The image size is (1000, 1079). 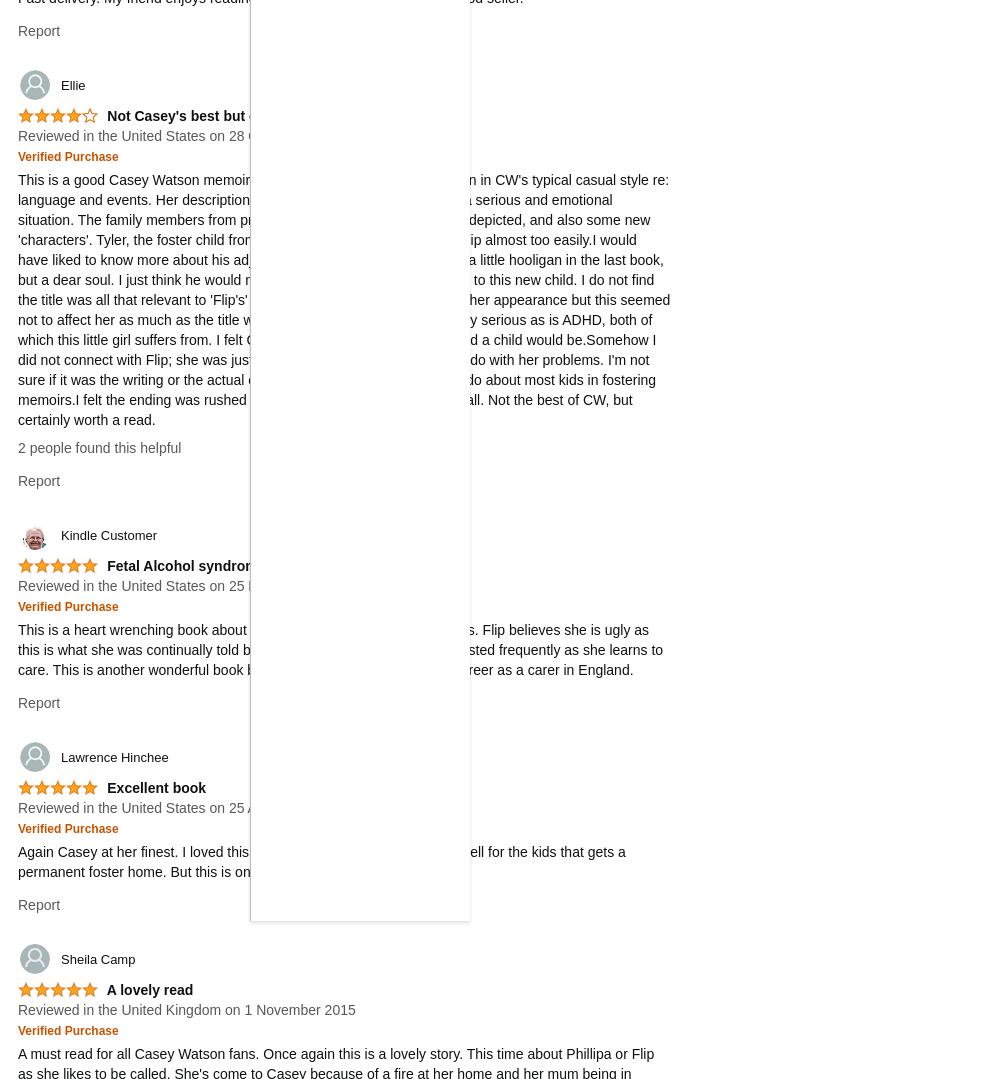 What do you see at coordinates (343, 298) in the screenshot?
I see `'This is a good Casey Watson memoir. I enjoyed reading it, and it is written in CW's typical casual style re: language and events. Her descriptions can be humorous in the midst of a serious and emotional situation. The family members from previous books are  present and well-depicted, and also  some new 'characters'. Tyler, the foster child from the last book, learned to accept Flip almost too easily.I would have liked to know more about his adjustment to long-term care- he was a little hooligan in the last book, but a dear soul. I just think he would not be so compliant and affectionate to this new child. I do not find the title was all that relevant to 'Flip's'  case. She did have a problem with  her appearance but this seemed not to affect her as much as the title would imply. As well, FAS can  be very serious as is  ADHD, both of which this little girl suffers from. I felt Casey glossed over just how affected a child would be.Somehow I did not connect with Flip; she was just not too likable- this had nothing to do with her problems. I'm not sure if it was the writing or the actual child or why I did not feel  the way I do about most kids in fostering memoirs.I felt the ending was rushed  with the best possible outcome for all. Not the best of CW, but certainly worth a  read.'` at bounding box center [343, 298].